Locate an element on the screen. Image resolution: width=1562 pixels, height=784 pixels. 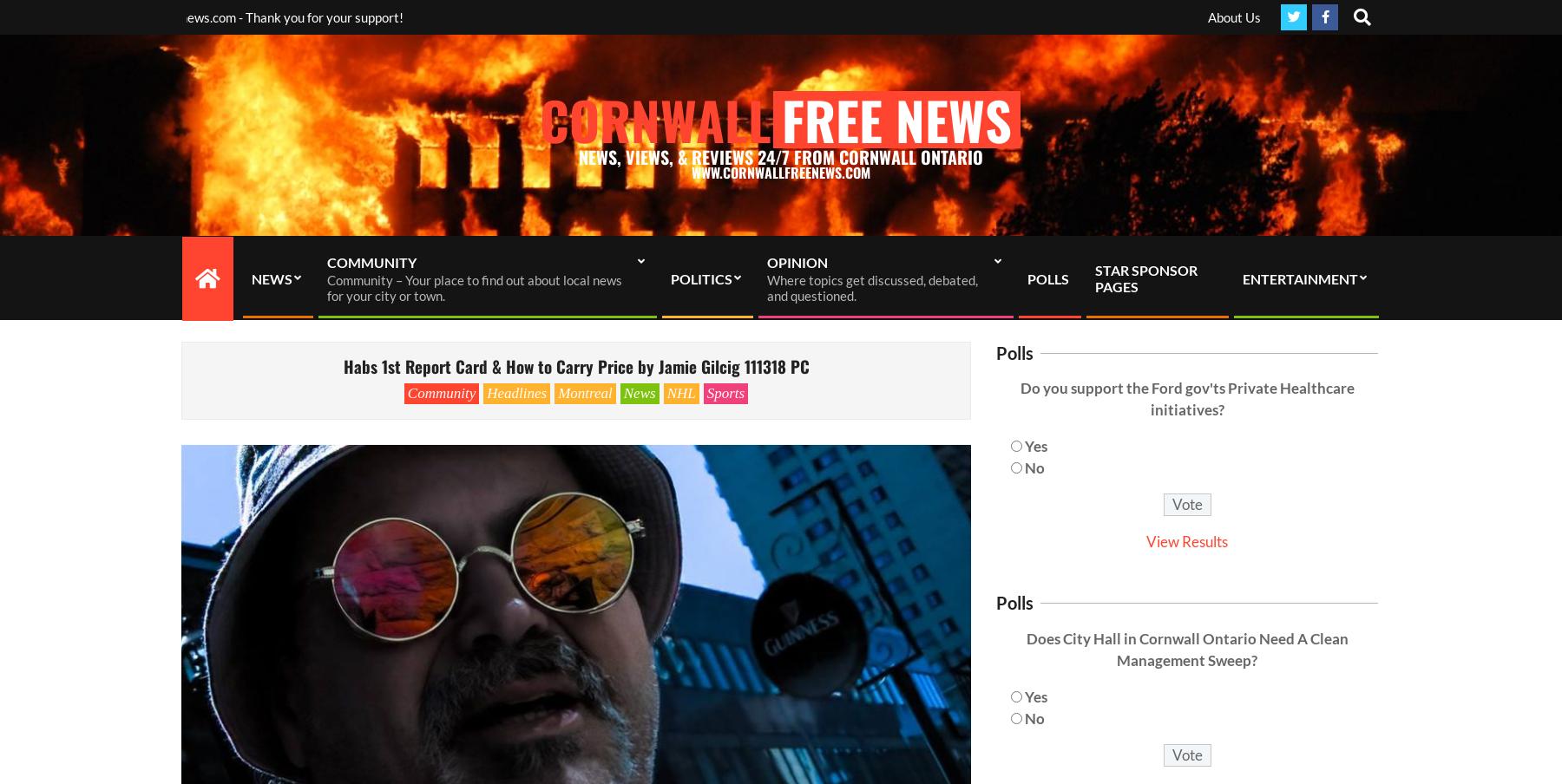
'NEWS, VIEWS, & REVIEWS 24/7 FROM CORNWALL ONTARIO' is located at coordinates (781, 156).